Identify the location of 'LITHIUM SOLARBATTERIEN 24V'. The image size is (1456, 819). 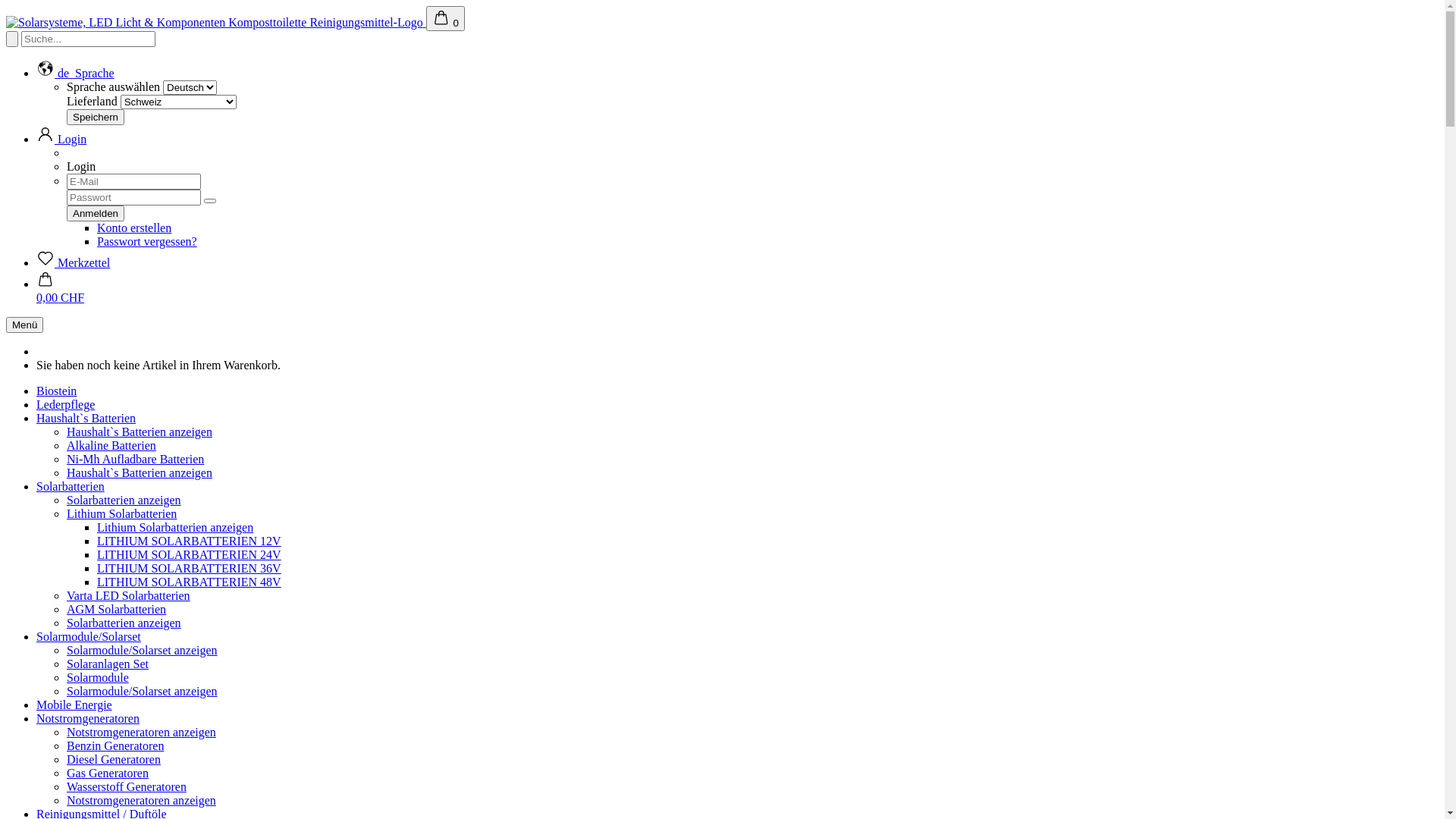
(188, 554).